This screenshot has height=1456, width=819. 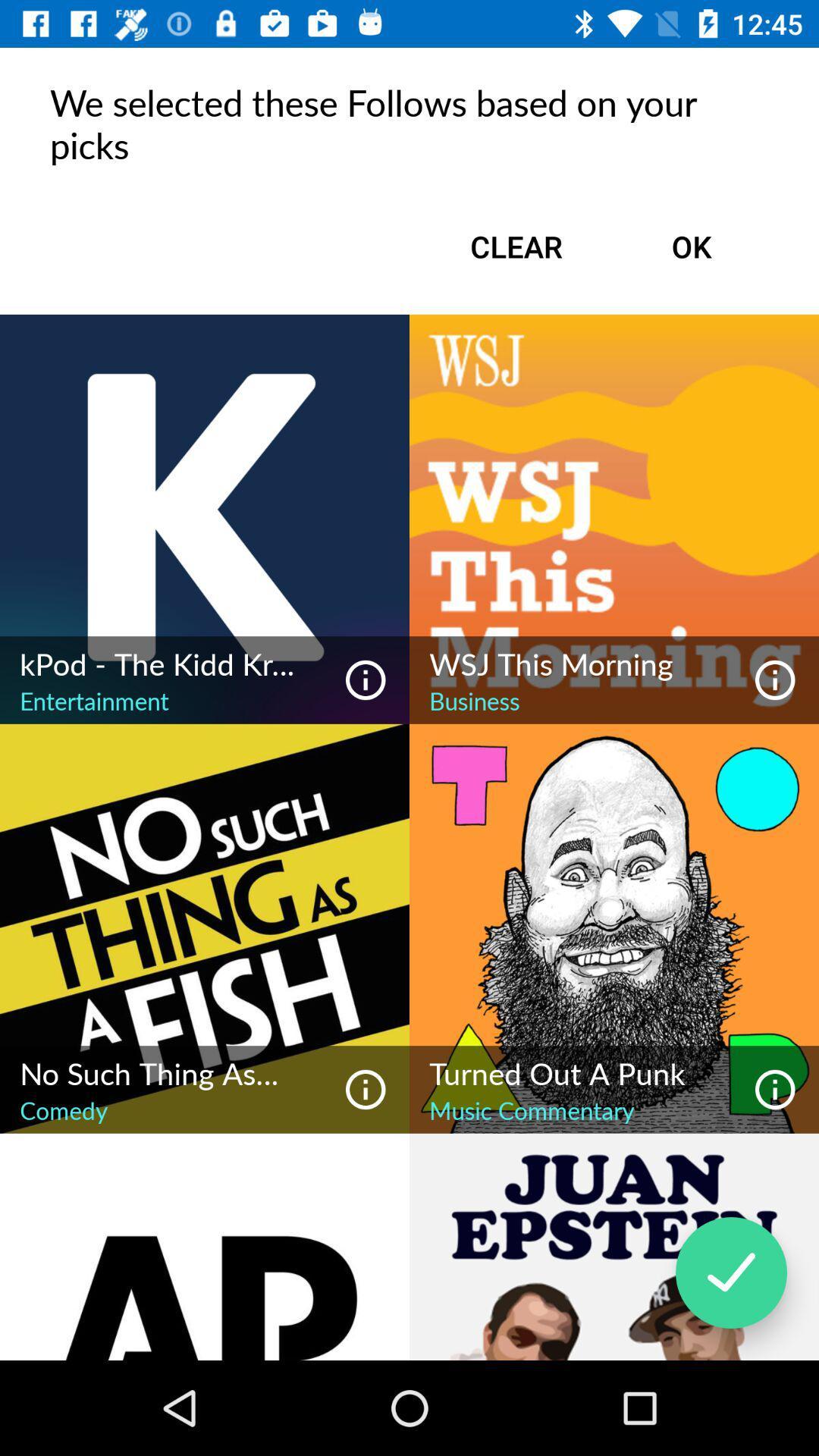 What do you see at coordinates (730, 1272) in the screenshot?
I see `the check icon` at bounding box center [730, 1272].